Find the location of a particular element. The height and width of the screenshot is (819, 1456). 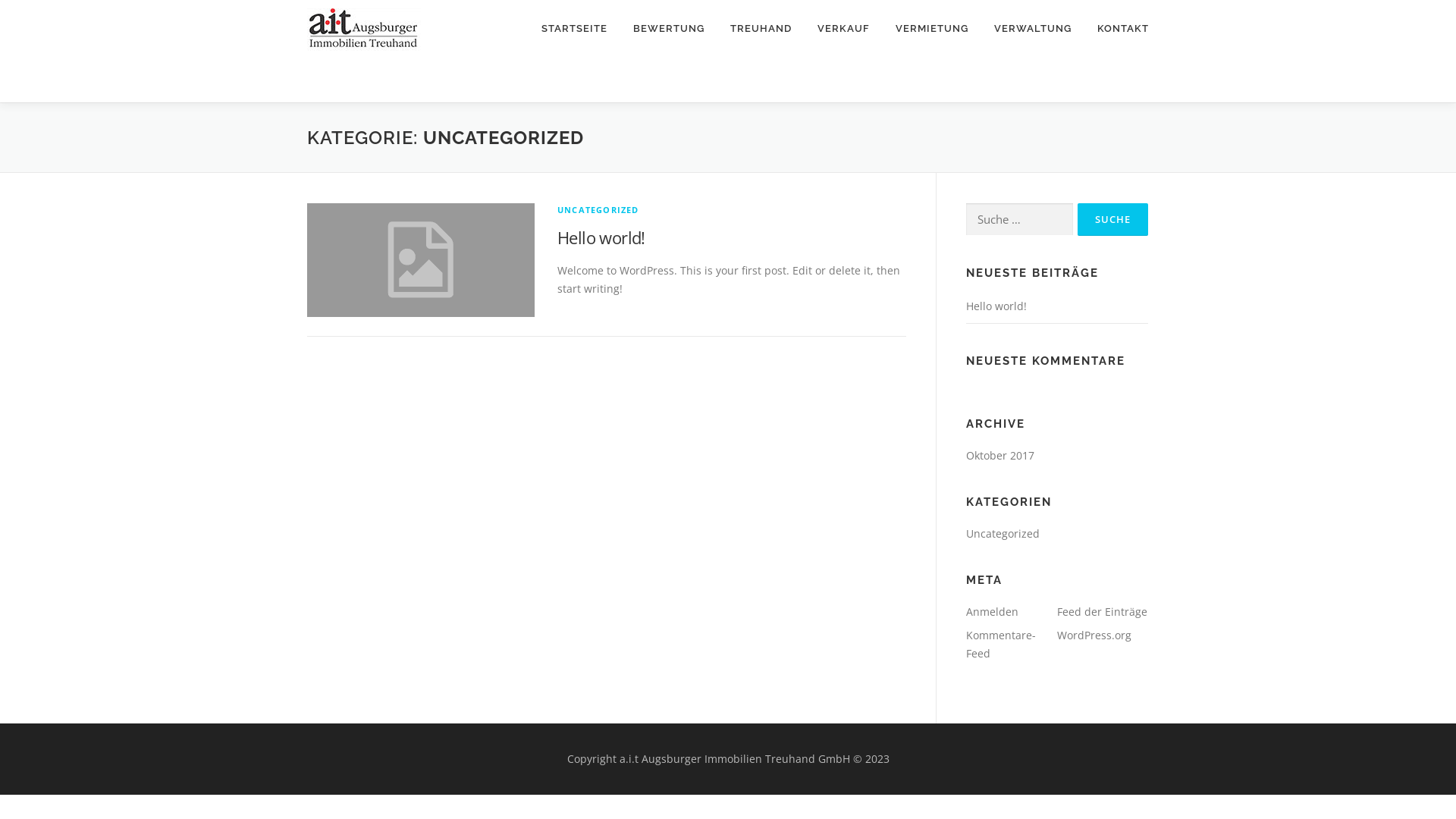

'Oktober 2017' is located at coordinates (1000, 454).